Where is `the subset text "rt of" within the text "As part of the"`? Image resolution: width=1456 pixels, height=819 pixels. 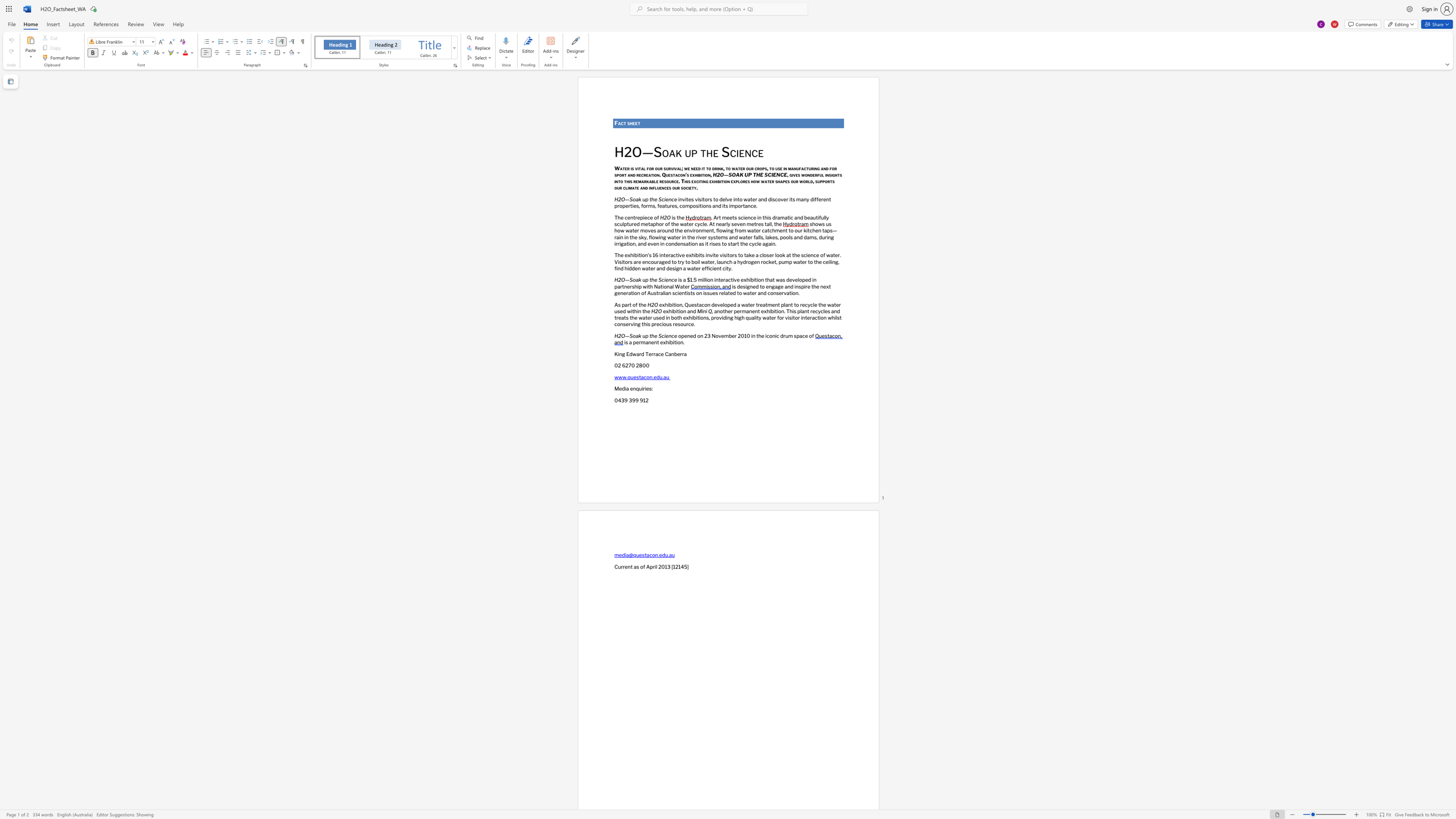
the subset text "rt of" within the text "As part of the" is located at coordinates (627, 304).